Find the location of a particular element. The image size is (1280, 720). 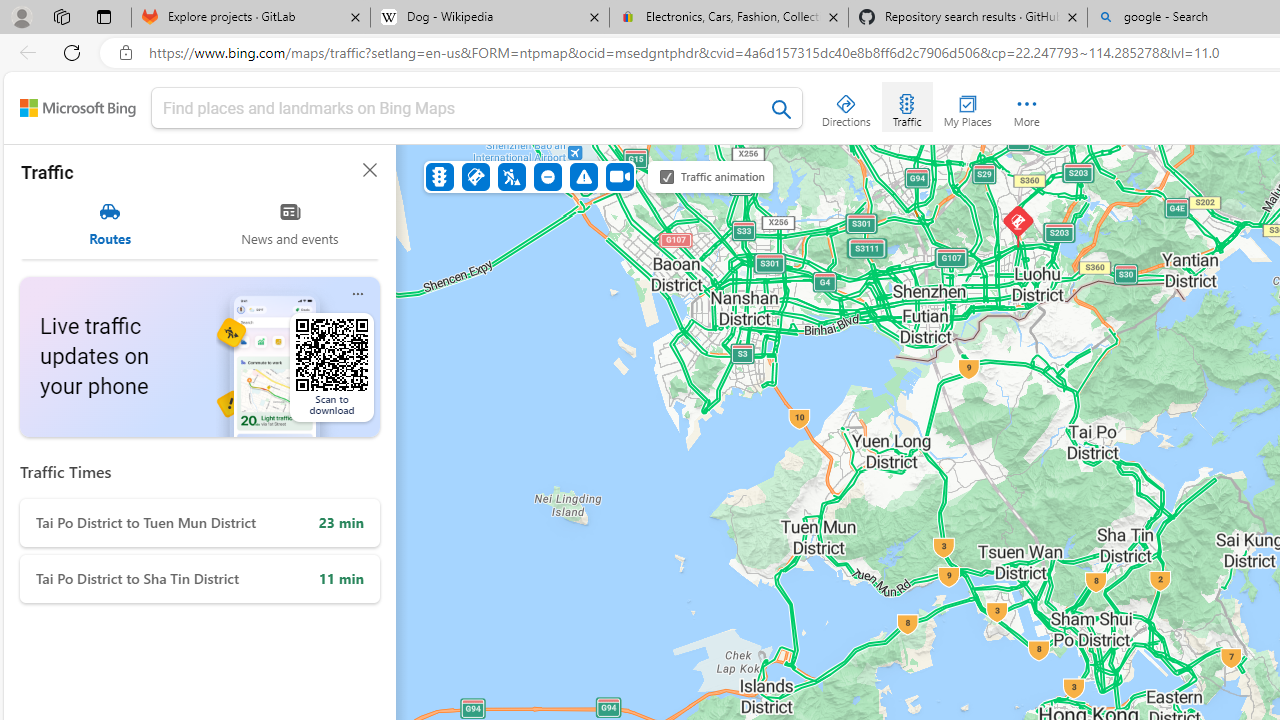

'Class: sbElement' is located at coordinates (78, 108).